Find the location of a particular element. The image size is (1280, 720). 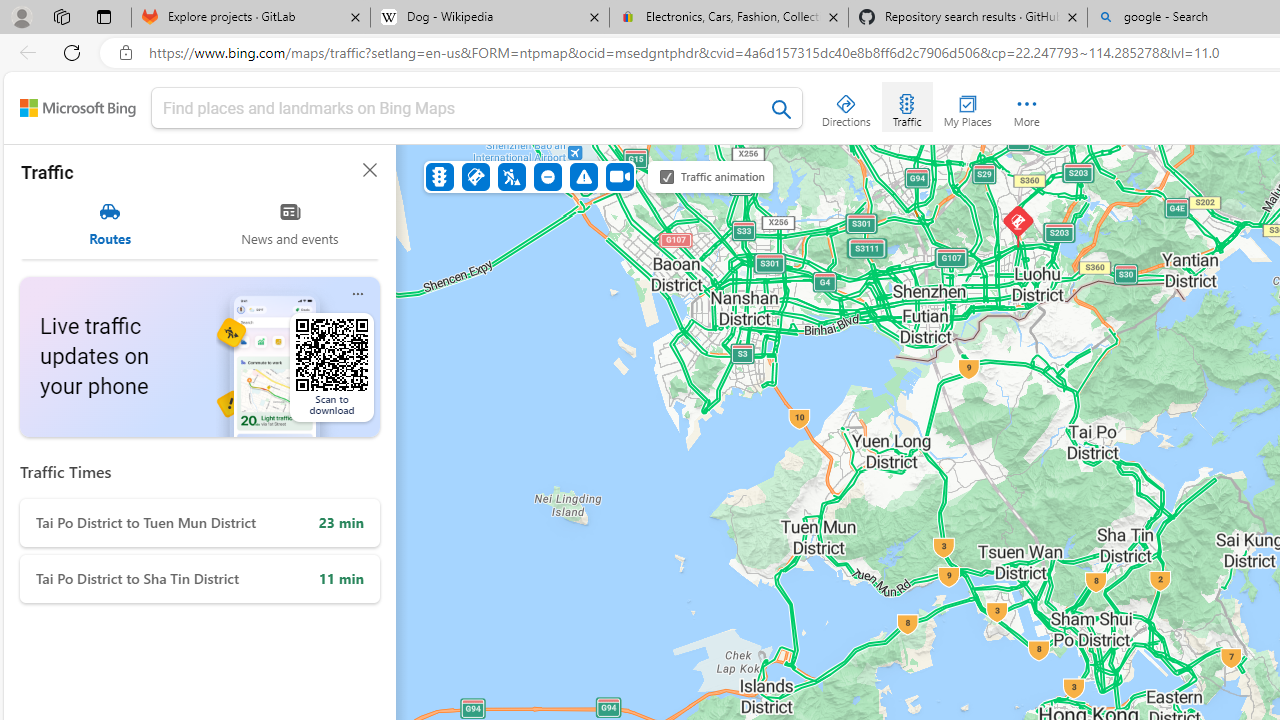

'Class: sbElement' is located at coordinates (78, 108).